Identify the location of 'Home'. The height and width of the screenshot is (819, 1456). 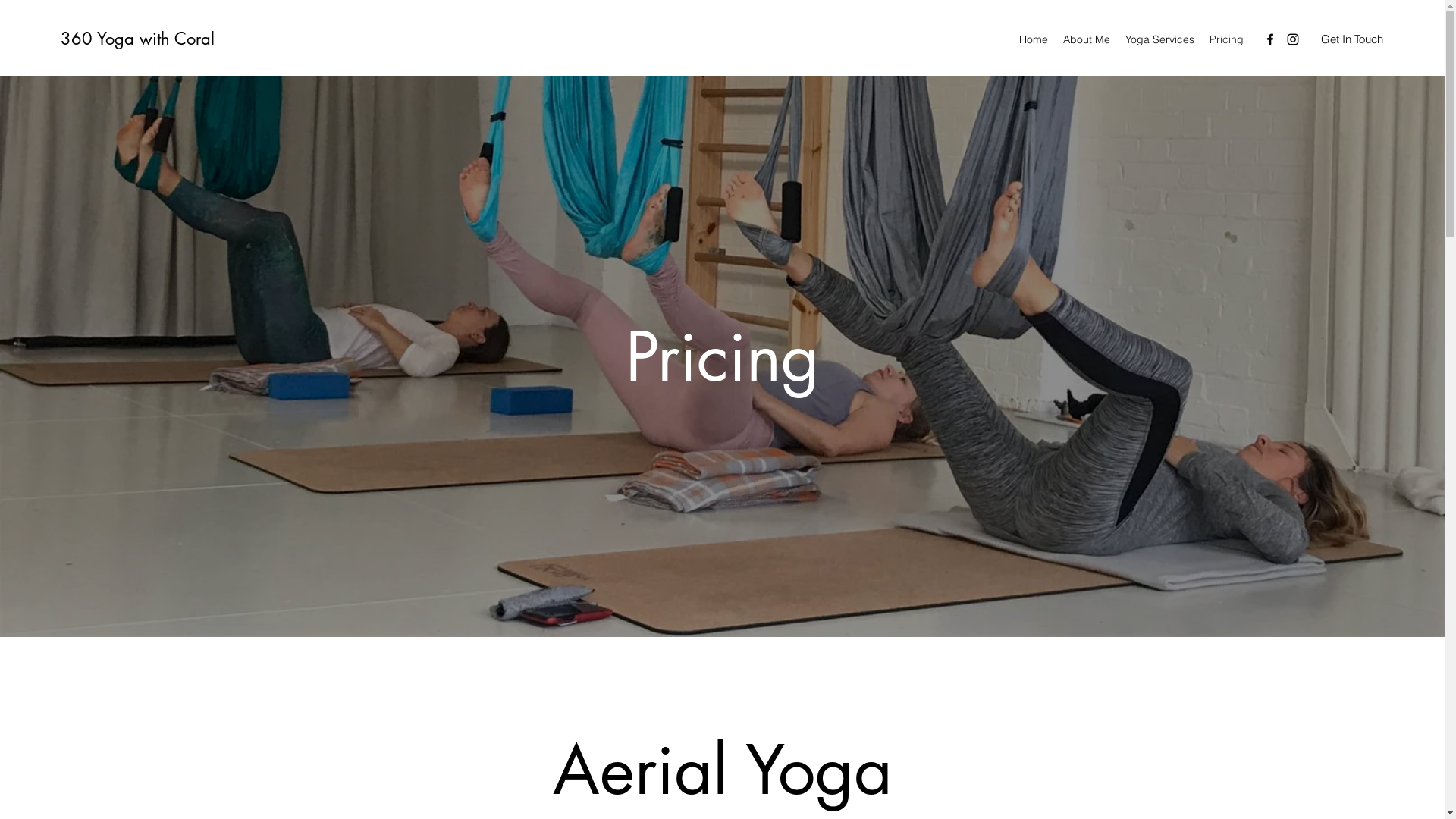
(1033, 38).